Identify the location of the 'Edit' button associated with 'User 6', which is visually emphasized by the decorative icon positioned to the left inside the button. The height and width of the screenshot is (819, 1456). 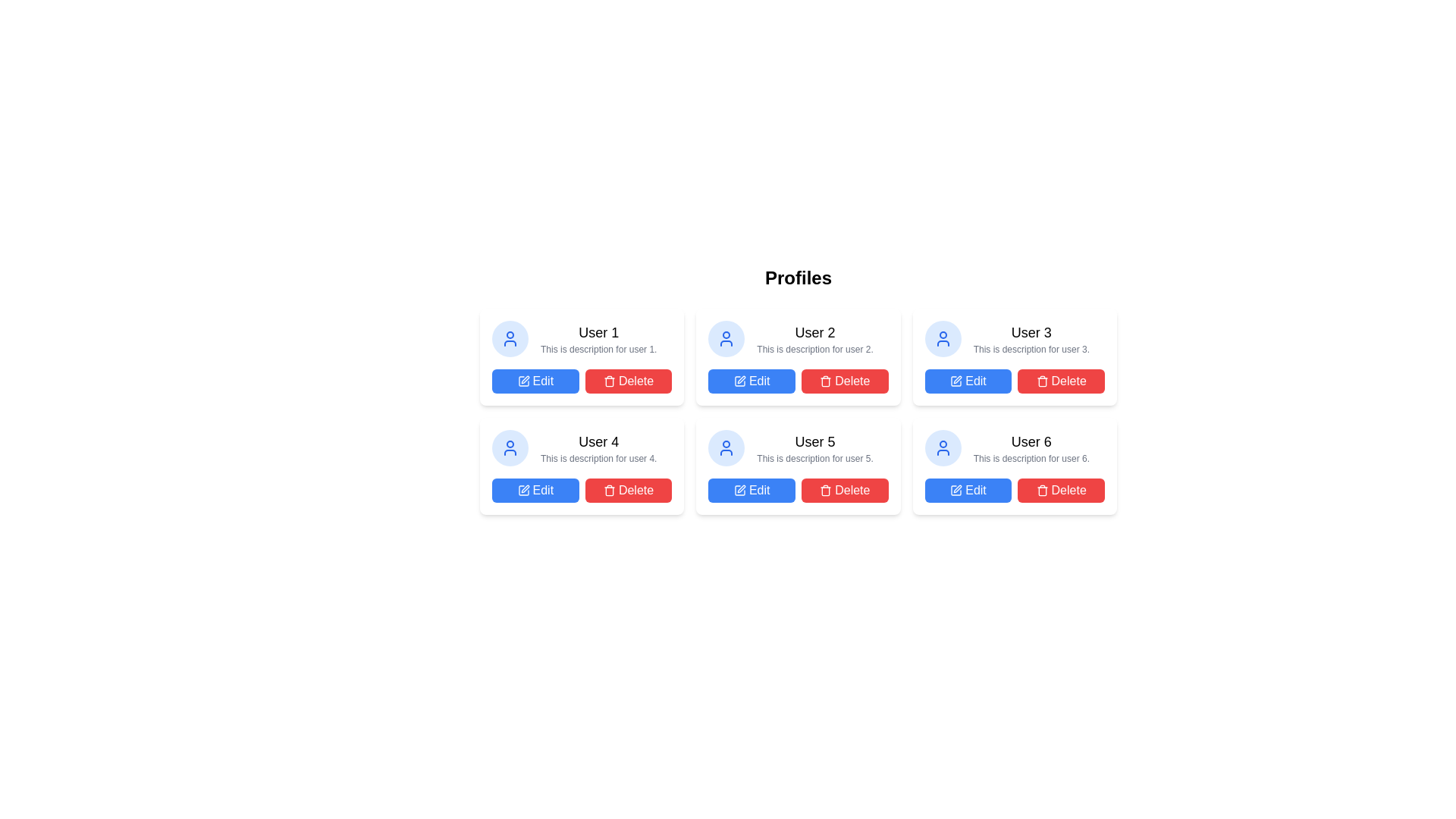
(955, 491).